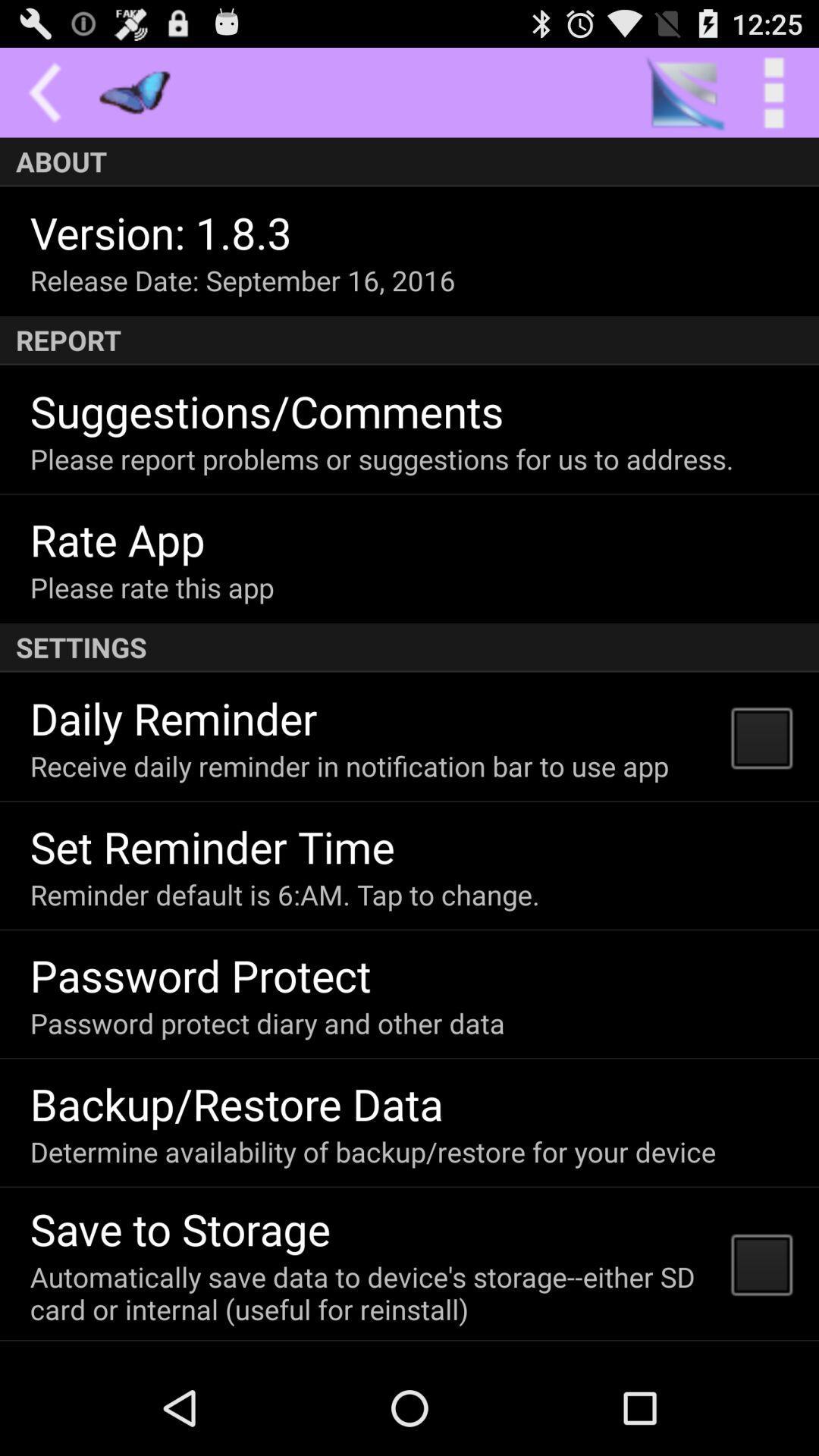 This screenshot has height=1456, width=819. What do you see at coordinates (161, 231) in the screenshot?
I see `the item below the about icon` at bounding box center [161, 231].